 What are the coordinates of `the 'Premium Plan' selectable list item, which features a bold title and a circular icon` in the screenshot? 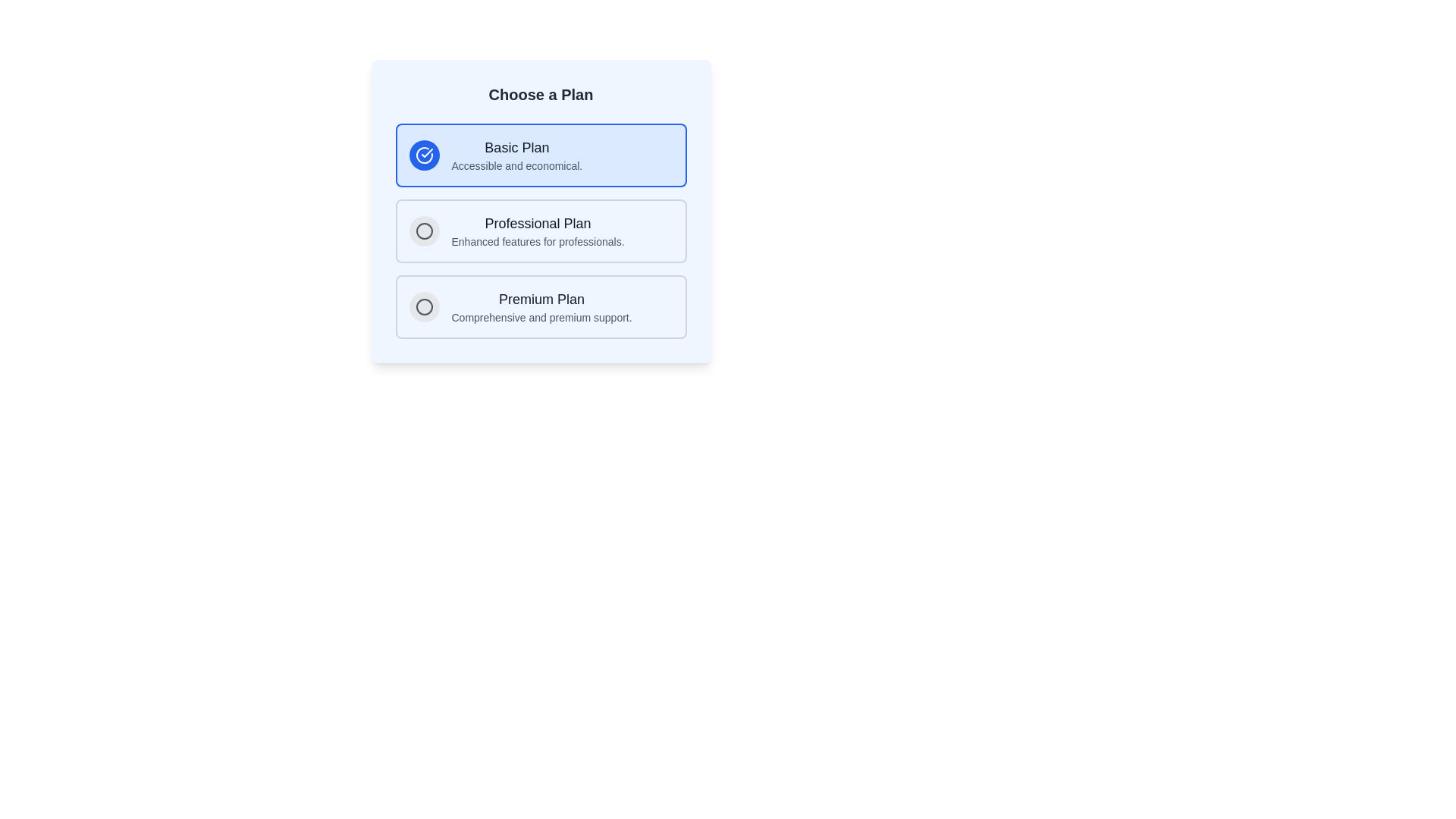 It's located at (541, 307).